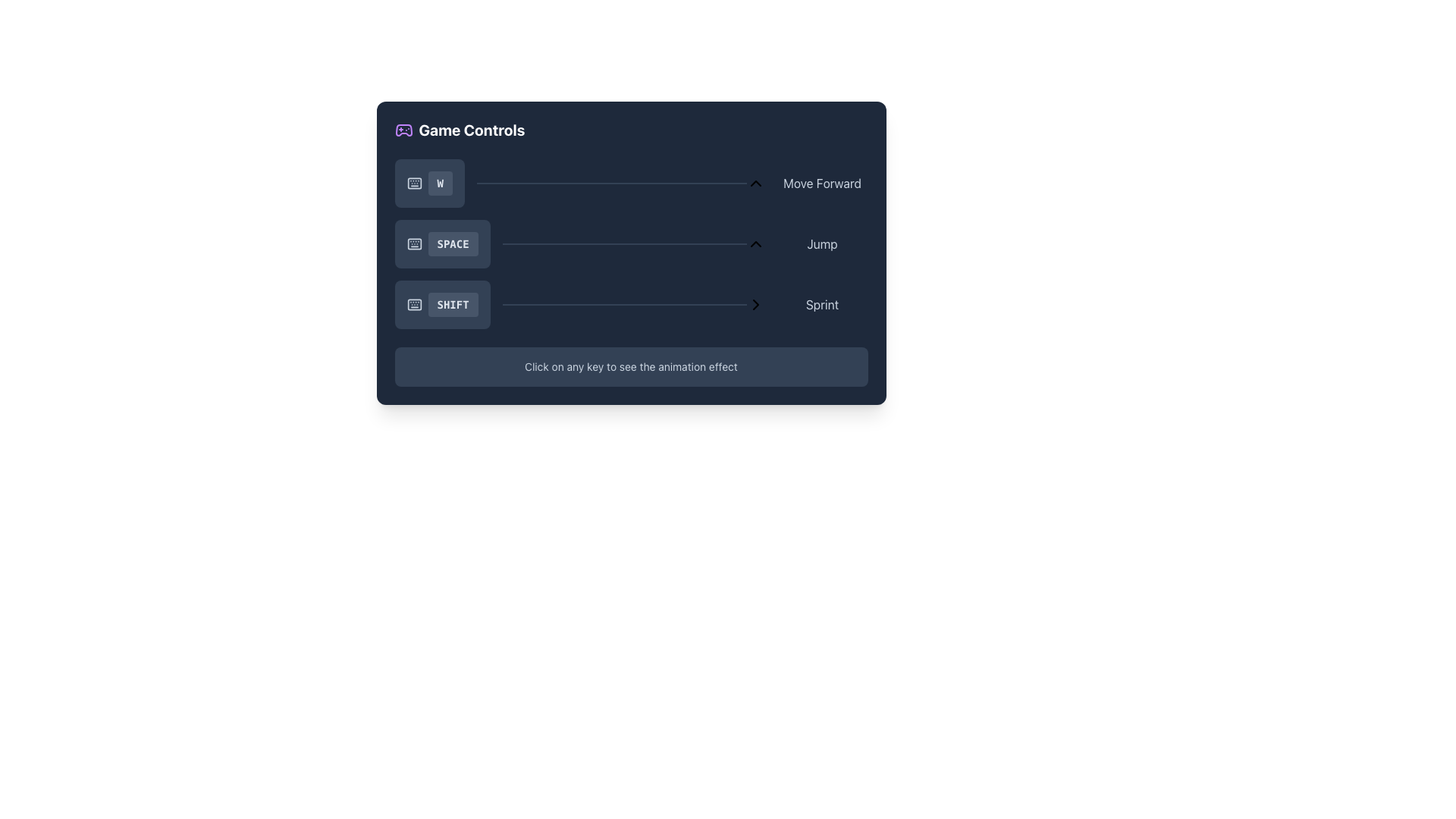 This screenshot has height=819, width=1456. Describe the element at coordinates (439, 183) in the screenshot. I see `the 'W' button located in the top-left corner of the 'Game Controls' section` at that location.